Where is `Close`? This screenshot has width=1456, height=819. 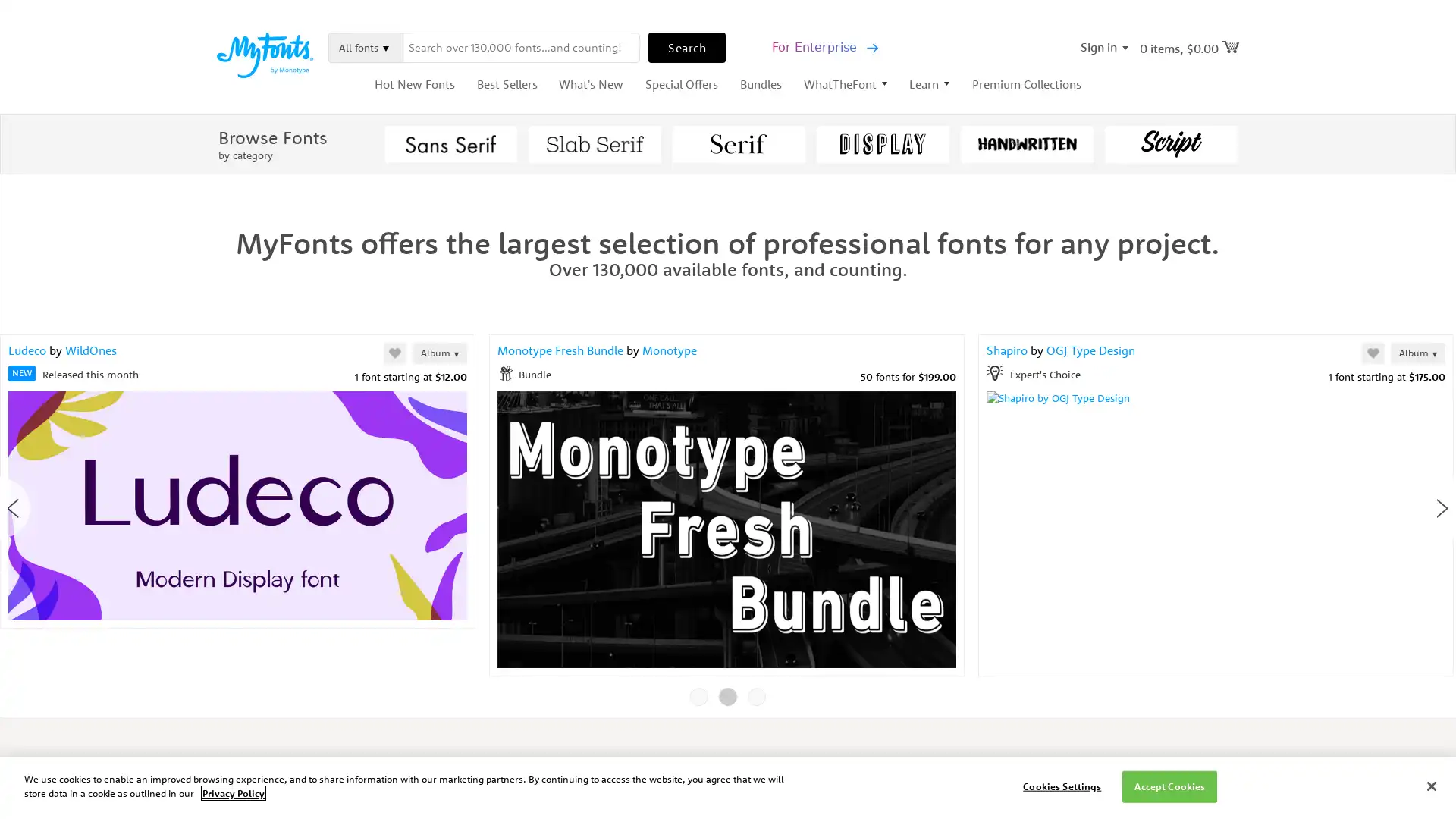
Close is located at coordinates (1012, 109).